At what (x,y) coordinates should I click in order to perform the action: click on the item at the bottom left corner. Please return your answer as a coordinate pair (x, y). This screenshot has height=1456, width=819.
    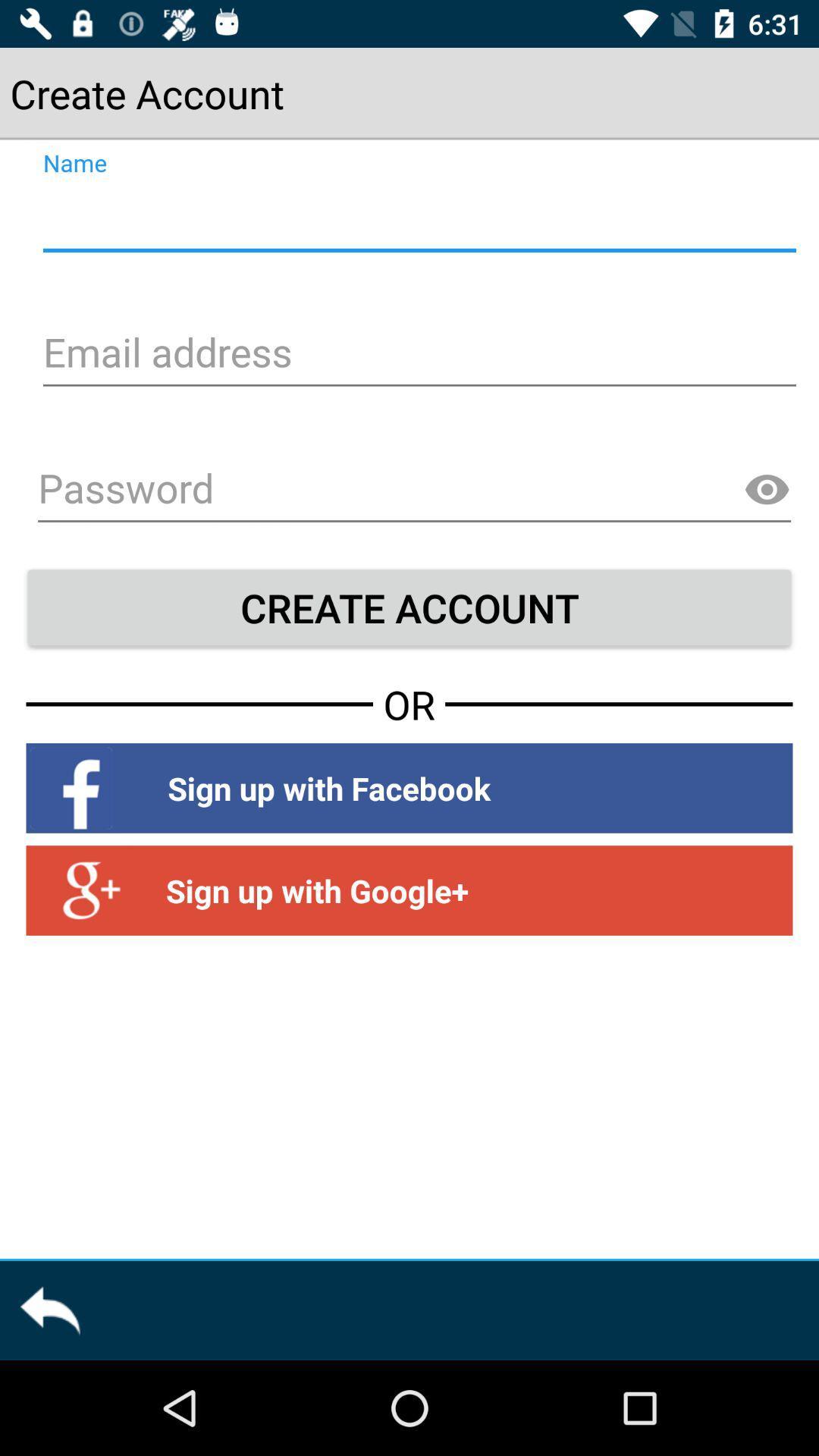
    Looking at the image, I should click on (49, 1310).